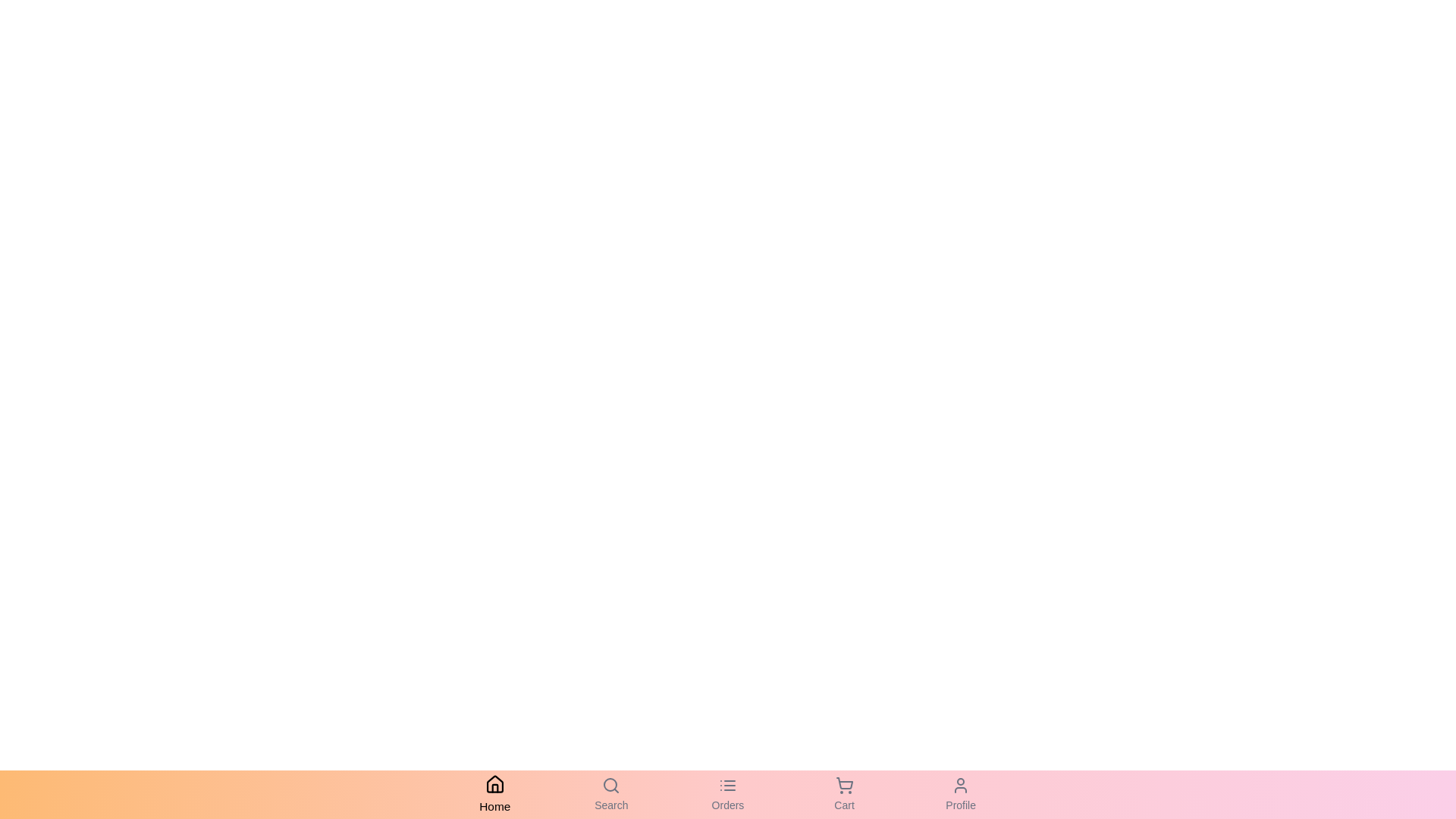  Describe the element at coordinates (728, 794) in the screenshot. I see `the Orders tab by clicking on it` at that location.